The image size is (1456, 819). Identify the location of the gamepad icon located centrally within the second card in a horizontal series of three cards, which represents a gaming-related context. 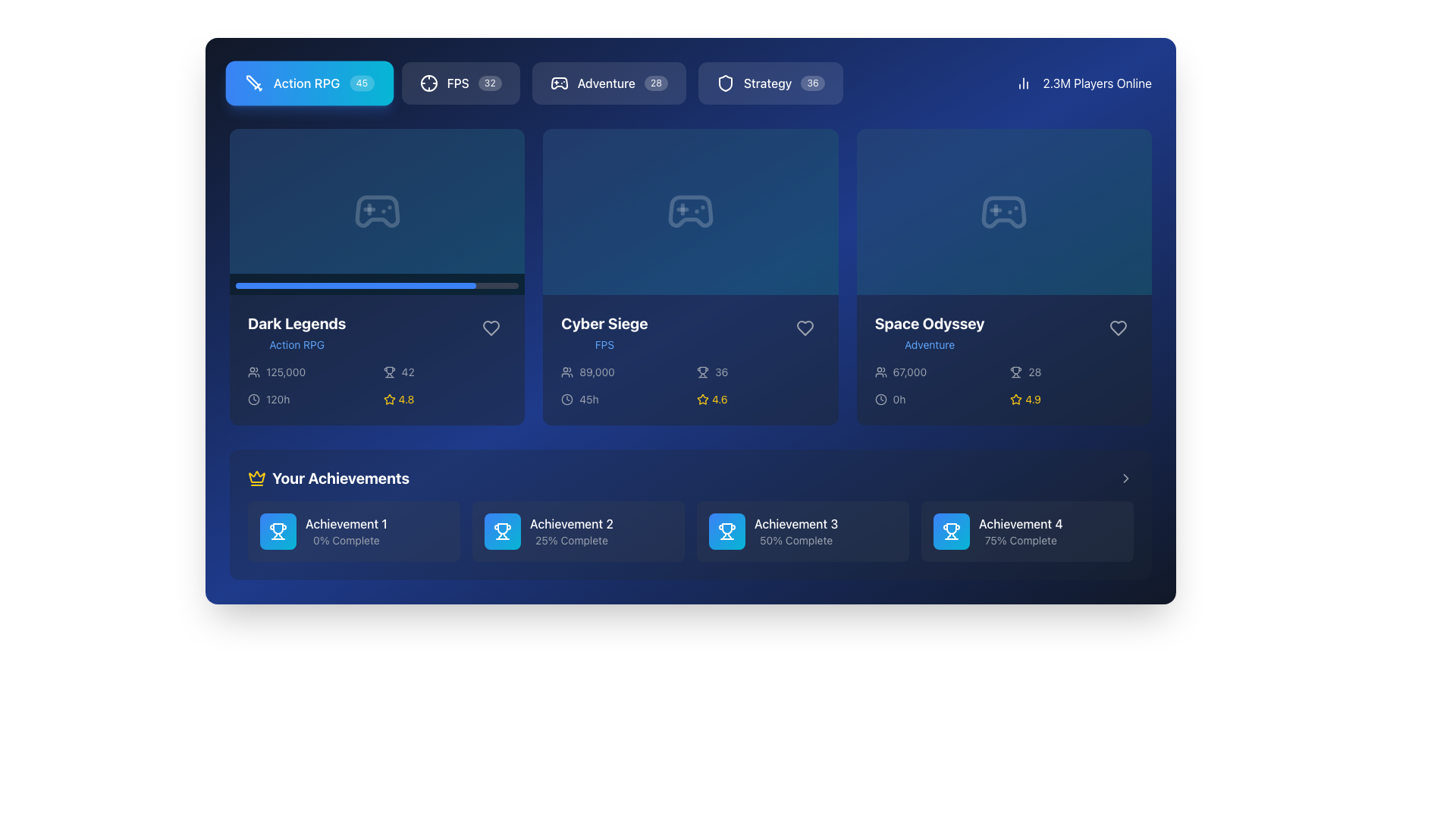
(690, 212).